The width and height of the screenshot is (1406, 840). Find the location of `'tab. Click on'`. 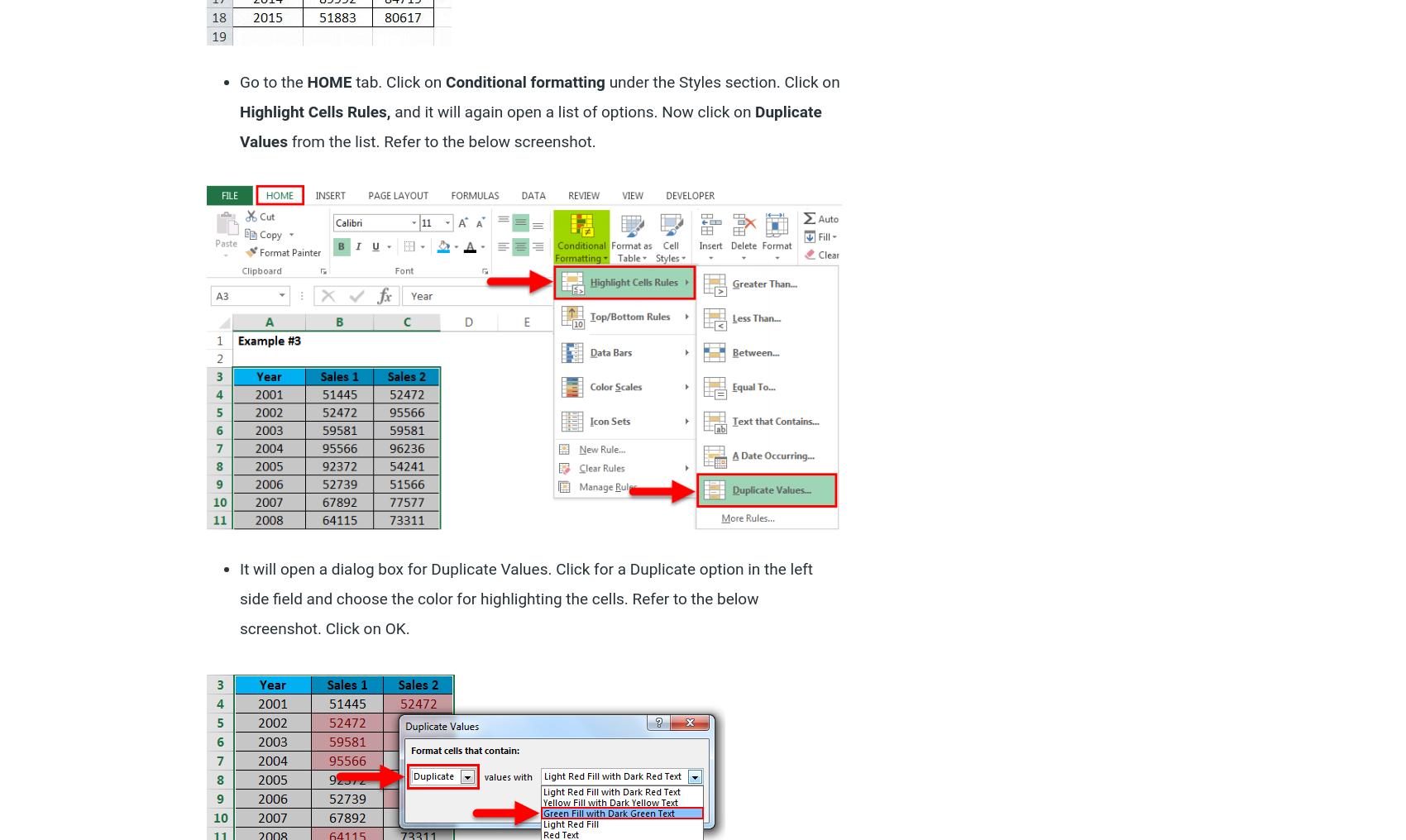

'tab. Click on' is located at coordinates (398, 81).